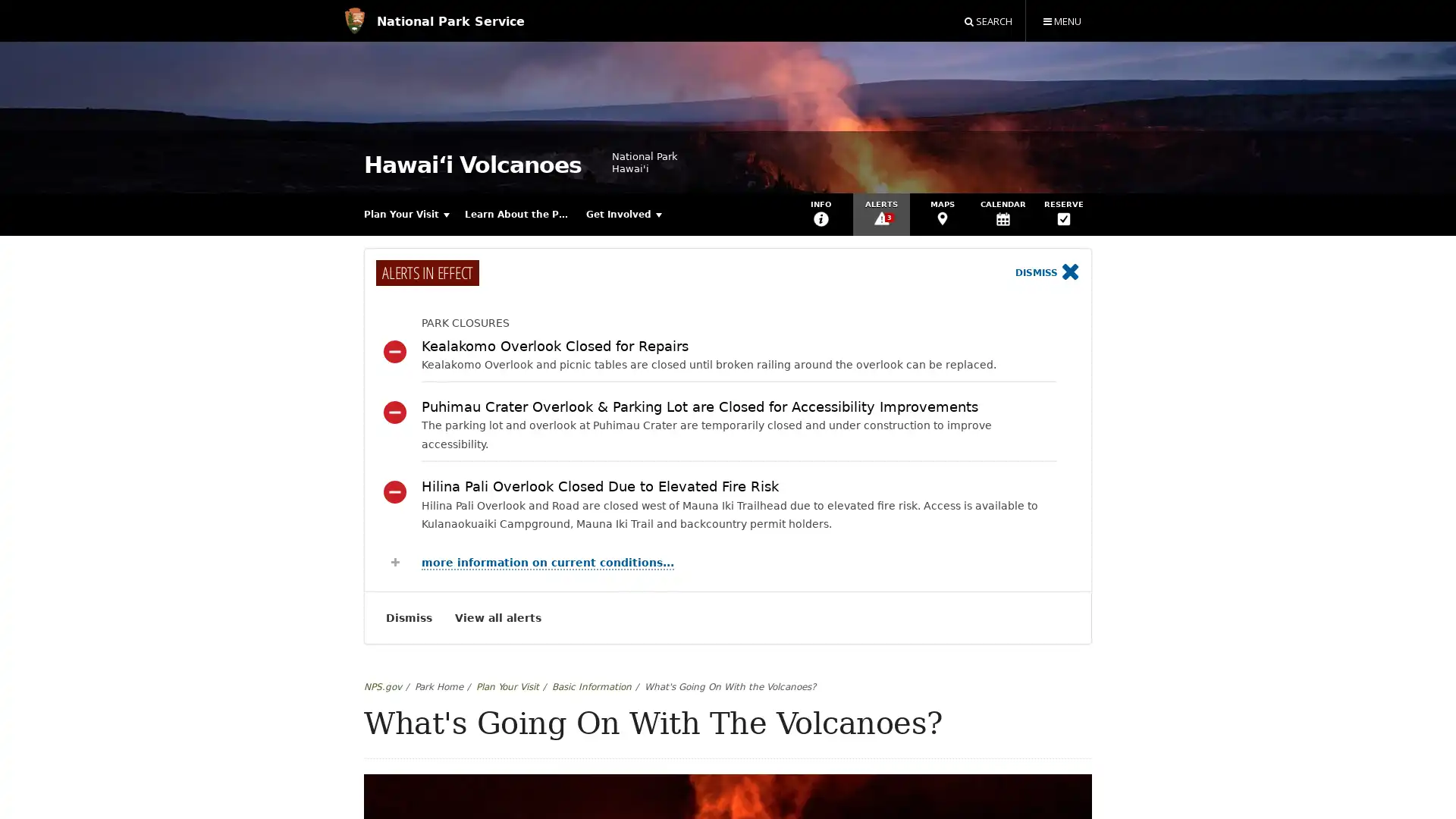 This screenshot has width=1456, height=819. What do you see at coordinates (409, 617) in the screenshot?
I see `Dismiss Alerts Notification` at bounding box center [409, 617].